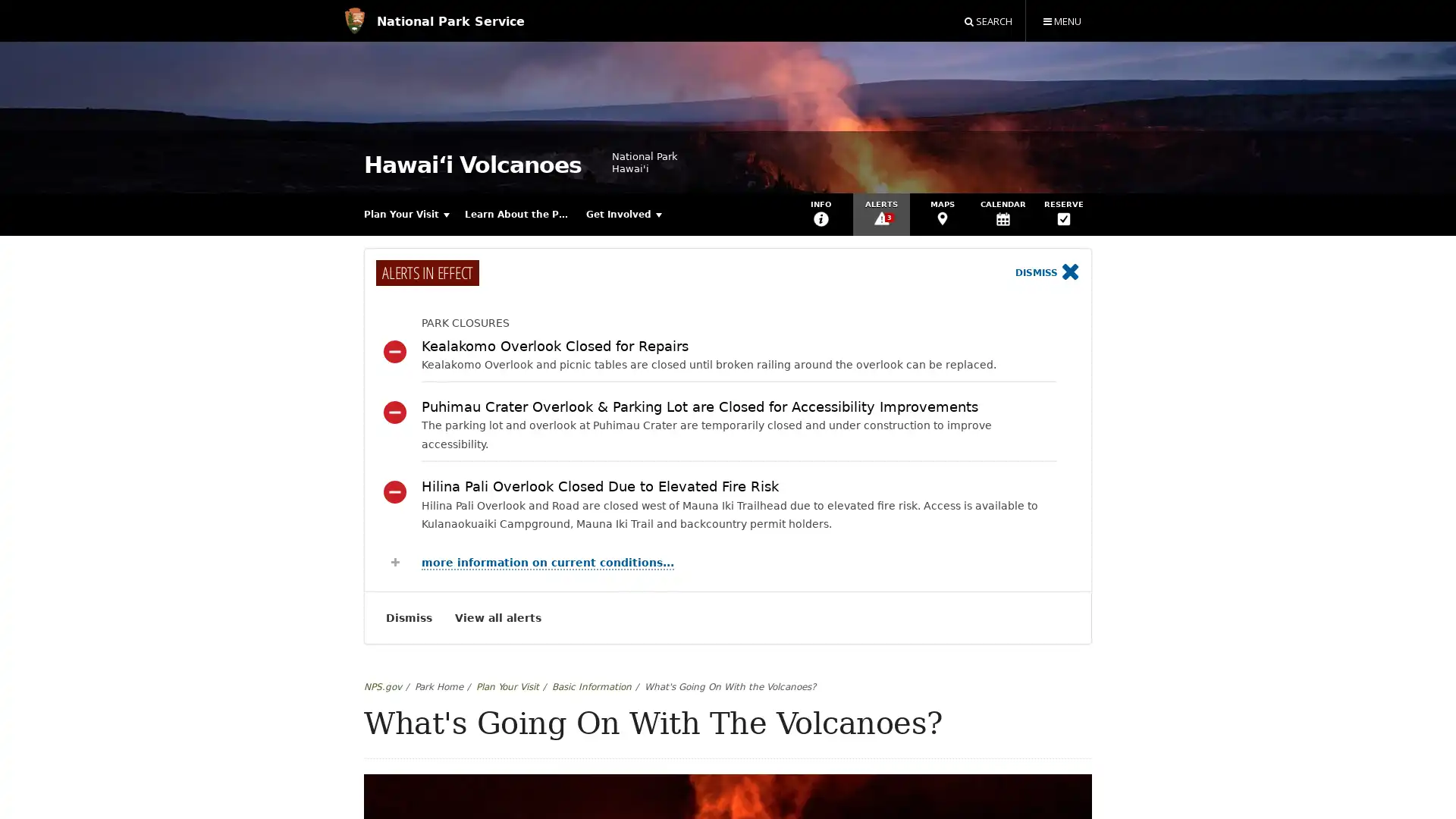 This screenshot has width=1456, height=819. What do you see at coordinates (409, 617) in the screenshot?
I see `Dismiss Alerts Notification` at bounding box center [409, 617].